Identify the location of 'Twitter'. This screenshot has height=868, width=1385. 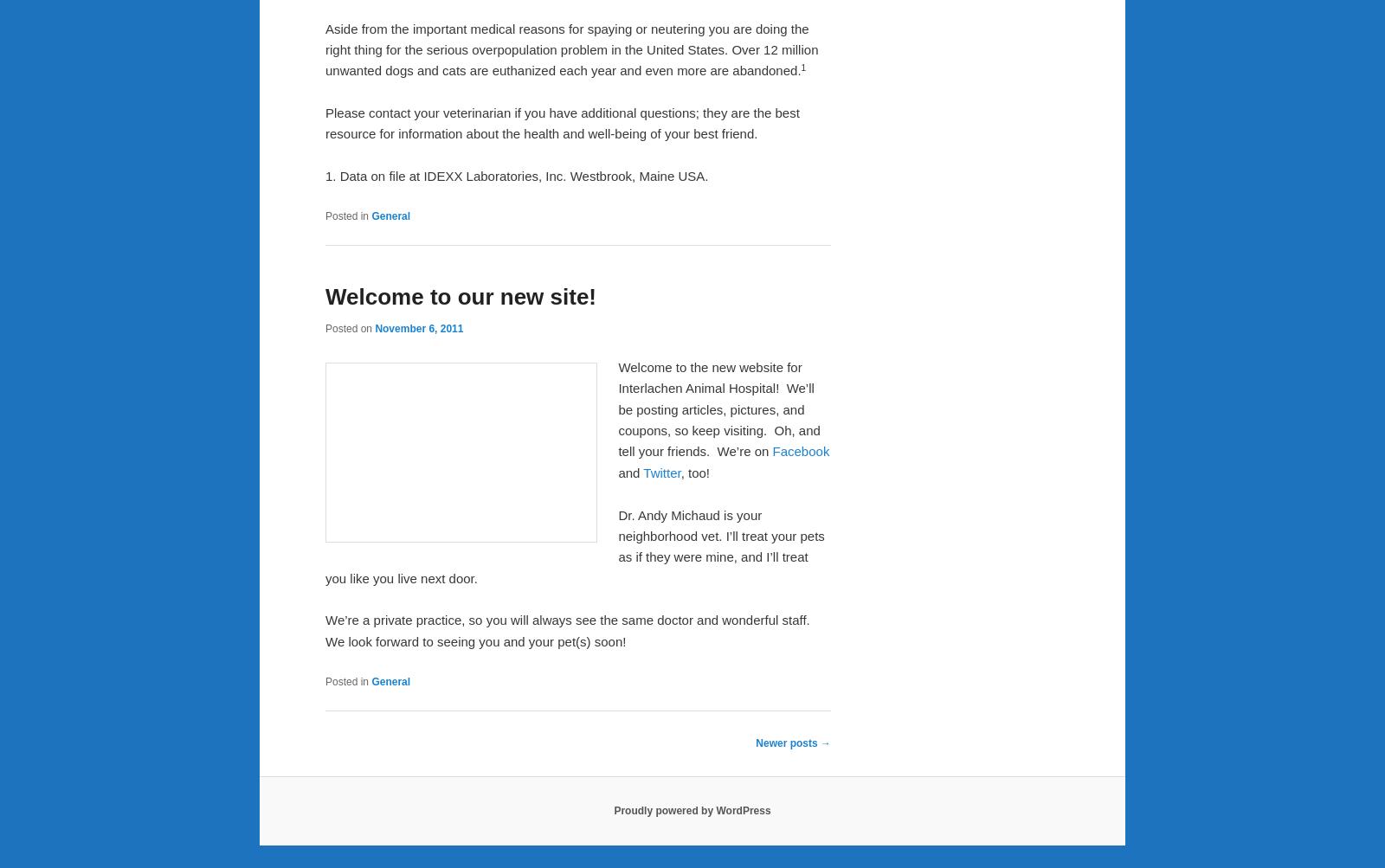
(643, 471).